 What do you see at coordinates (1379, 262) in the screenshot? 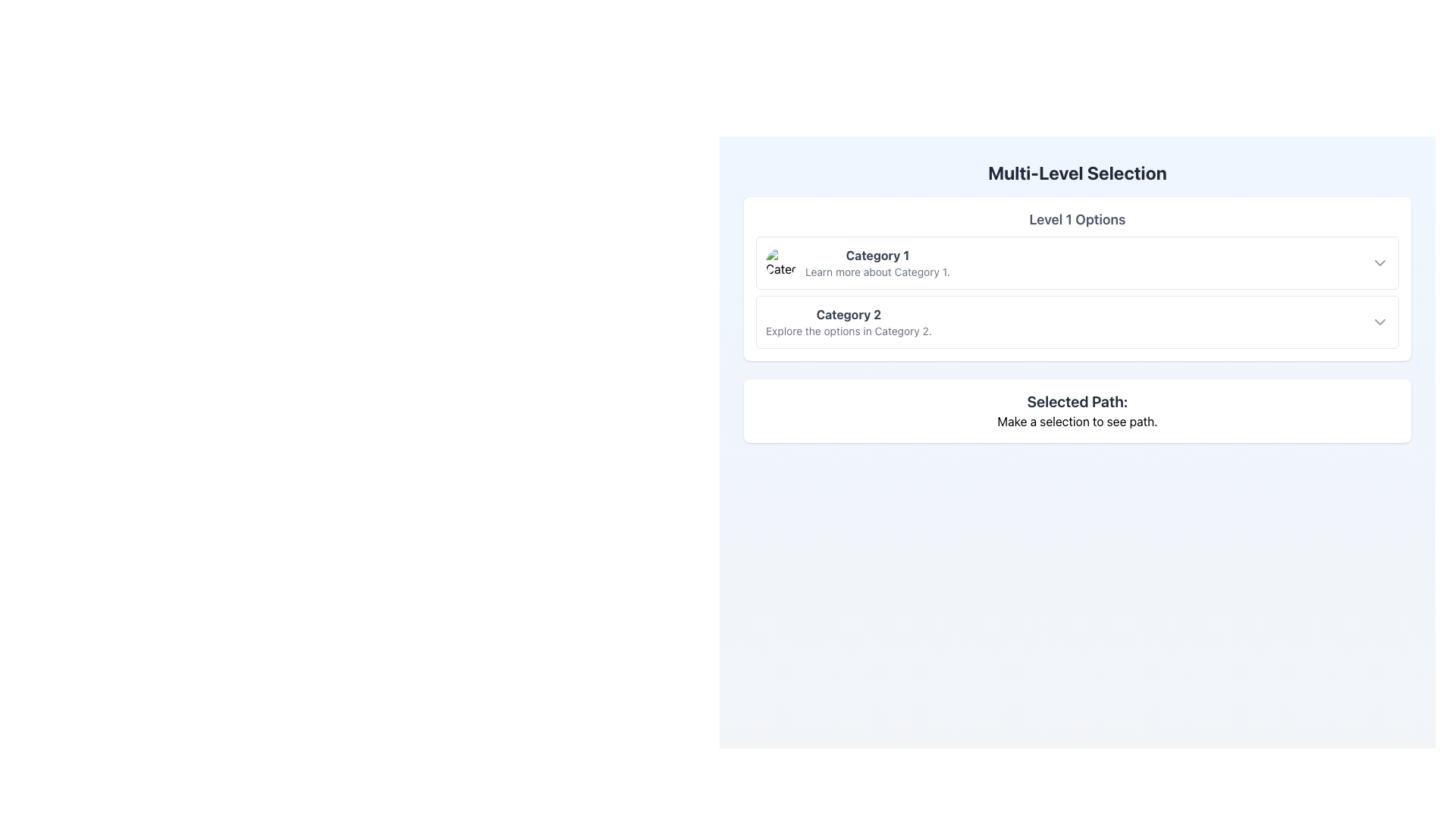
I see `the chevron-shaped downward arrow icon located on the right side of the 'Category 1' option in the 'Multi-Level Selection' section` at bounding box center [1379, 262].